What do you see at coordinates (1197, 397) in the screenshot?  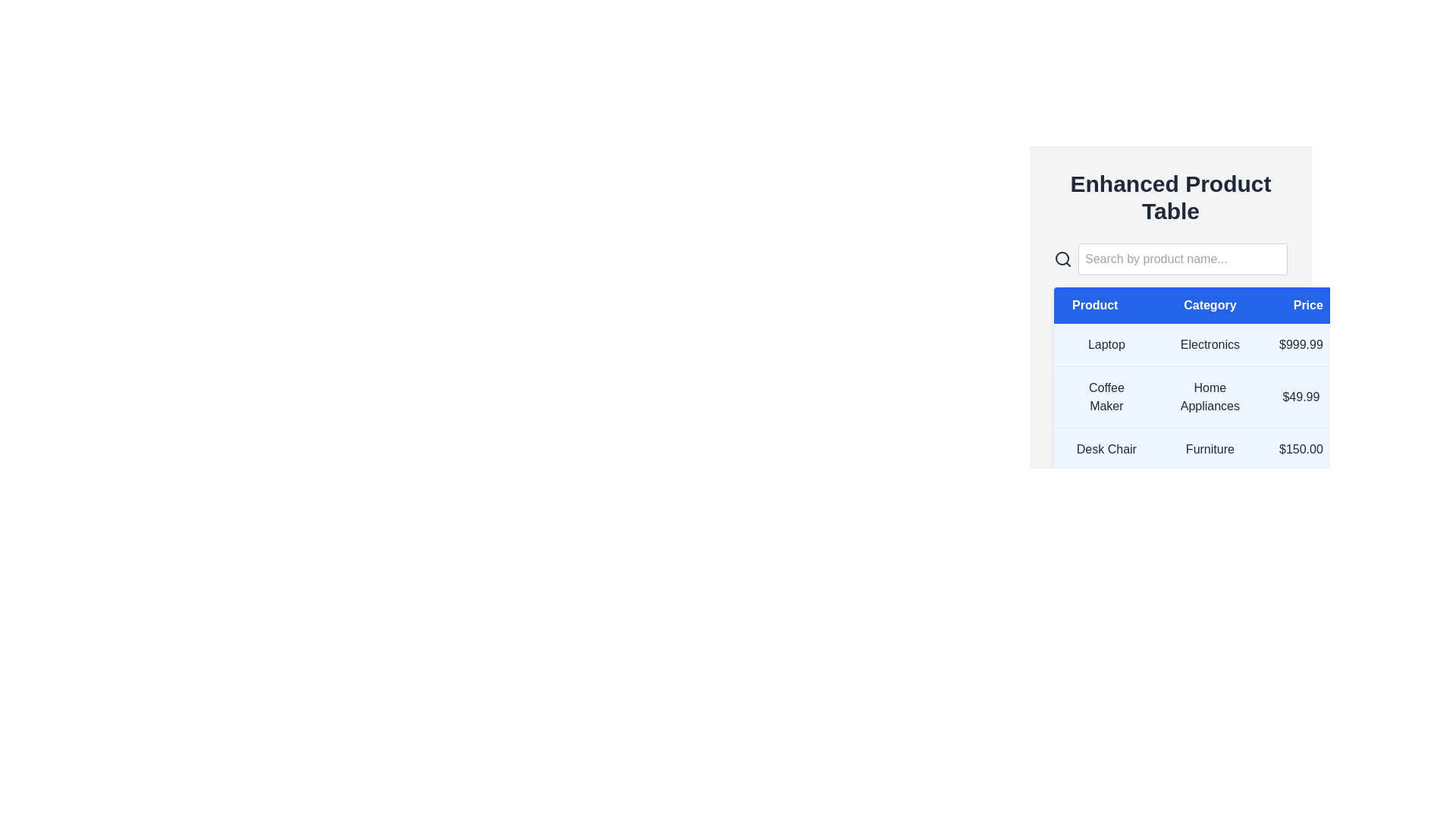 I see `the second row in the table that contains 'Product', 'Category', and 'Price', positioned between 'Laptop' and 'Desk Chair'` at bounding box center [1197, 397].